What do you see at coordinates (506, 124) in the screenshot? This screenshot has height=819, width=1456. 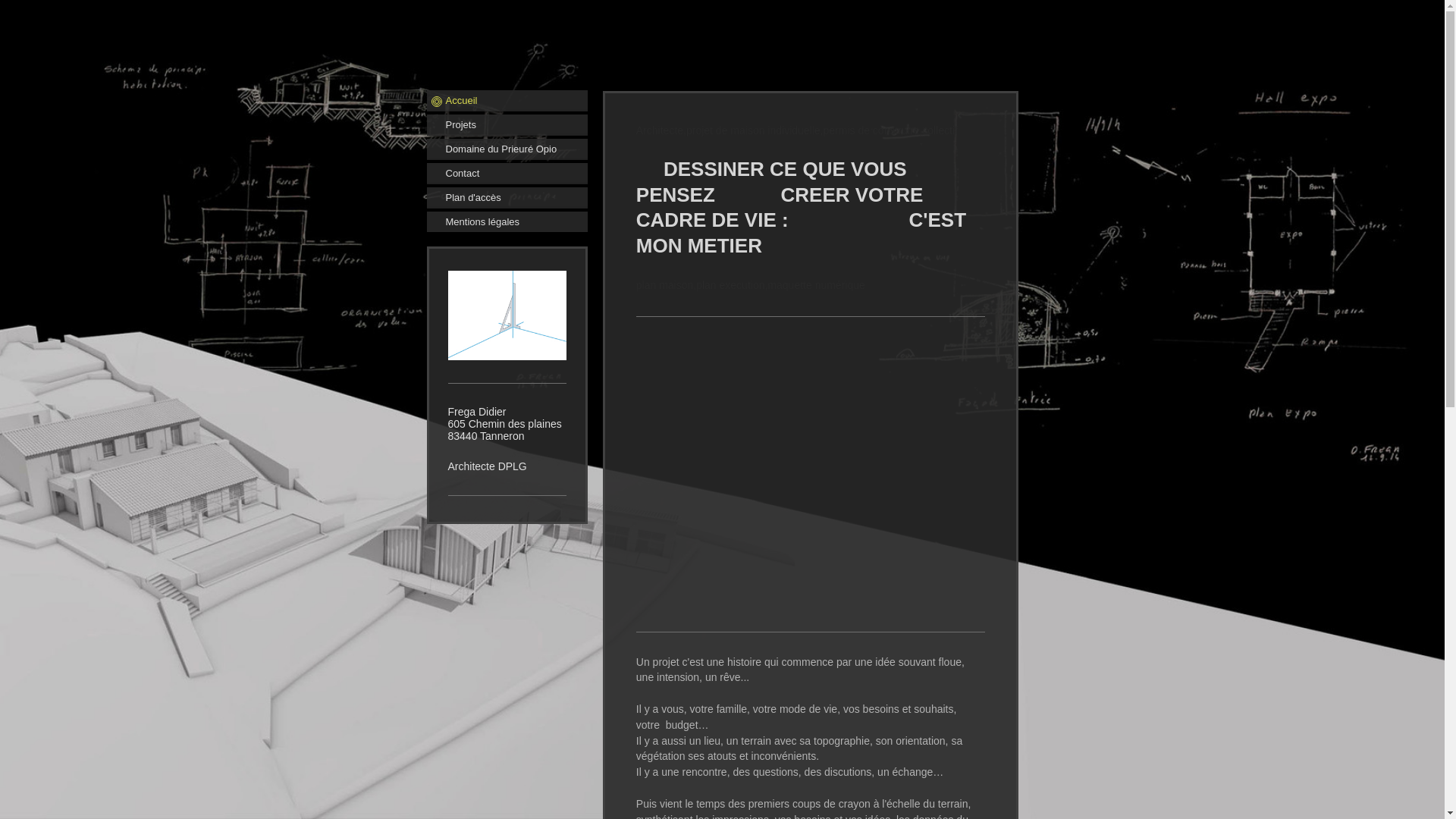 I see `'Projets'` at bounding box center [506, 124].